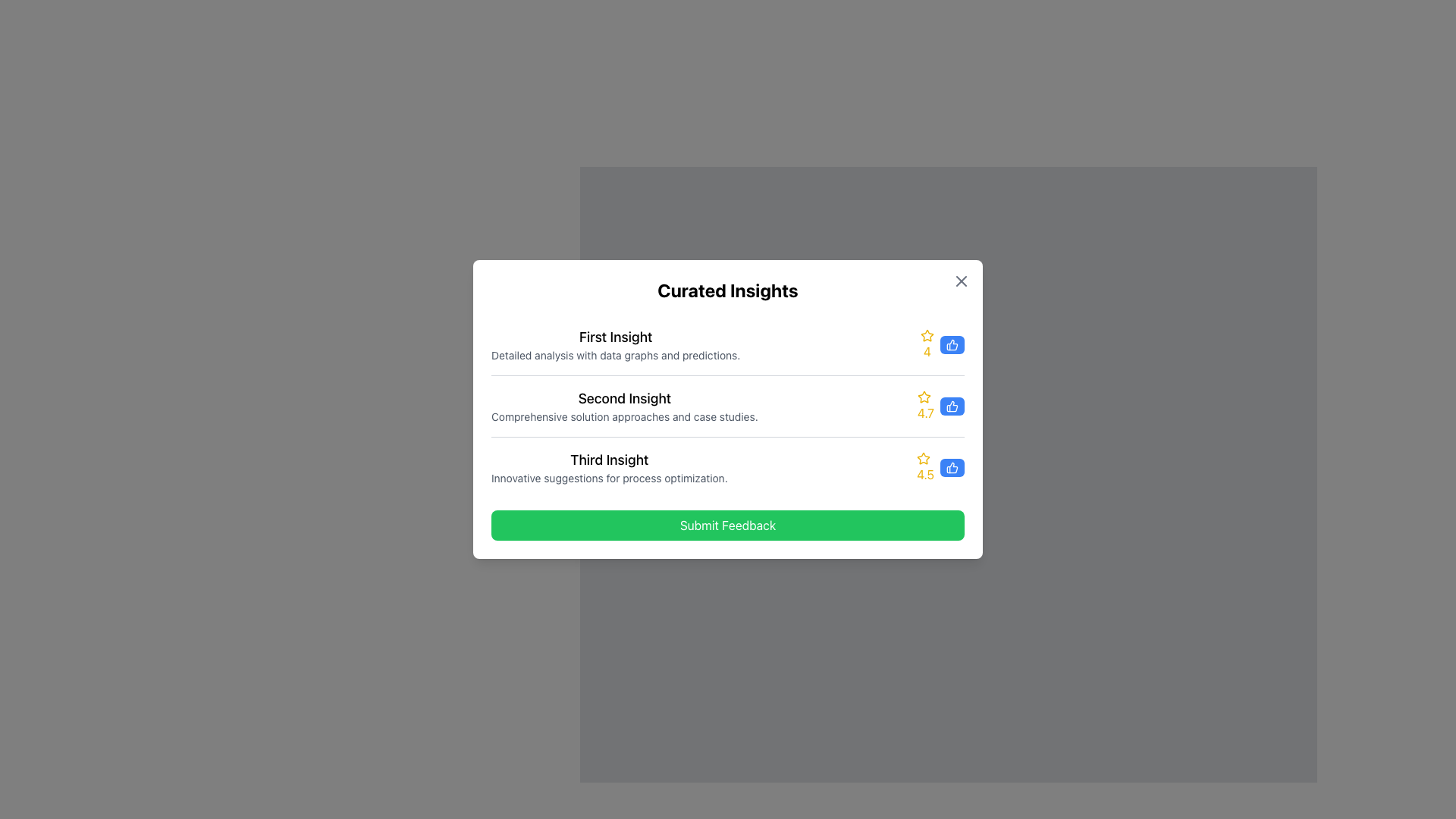 This screenshot has height=819, width=1456. Describe the element at coordinates (940, 467) in the screenshot. I see `the thumbs-up icon of the Rating and feedback indicator for 'Third Insight', which is located to the right of the text '4.5' and has a blue rounded rectangular background` at that location.